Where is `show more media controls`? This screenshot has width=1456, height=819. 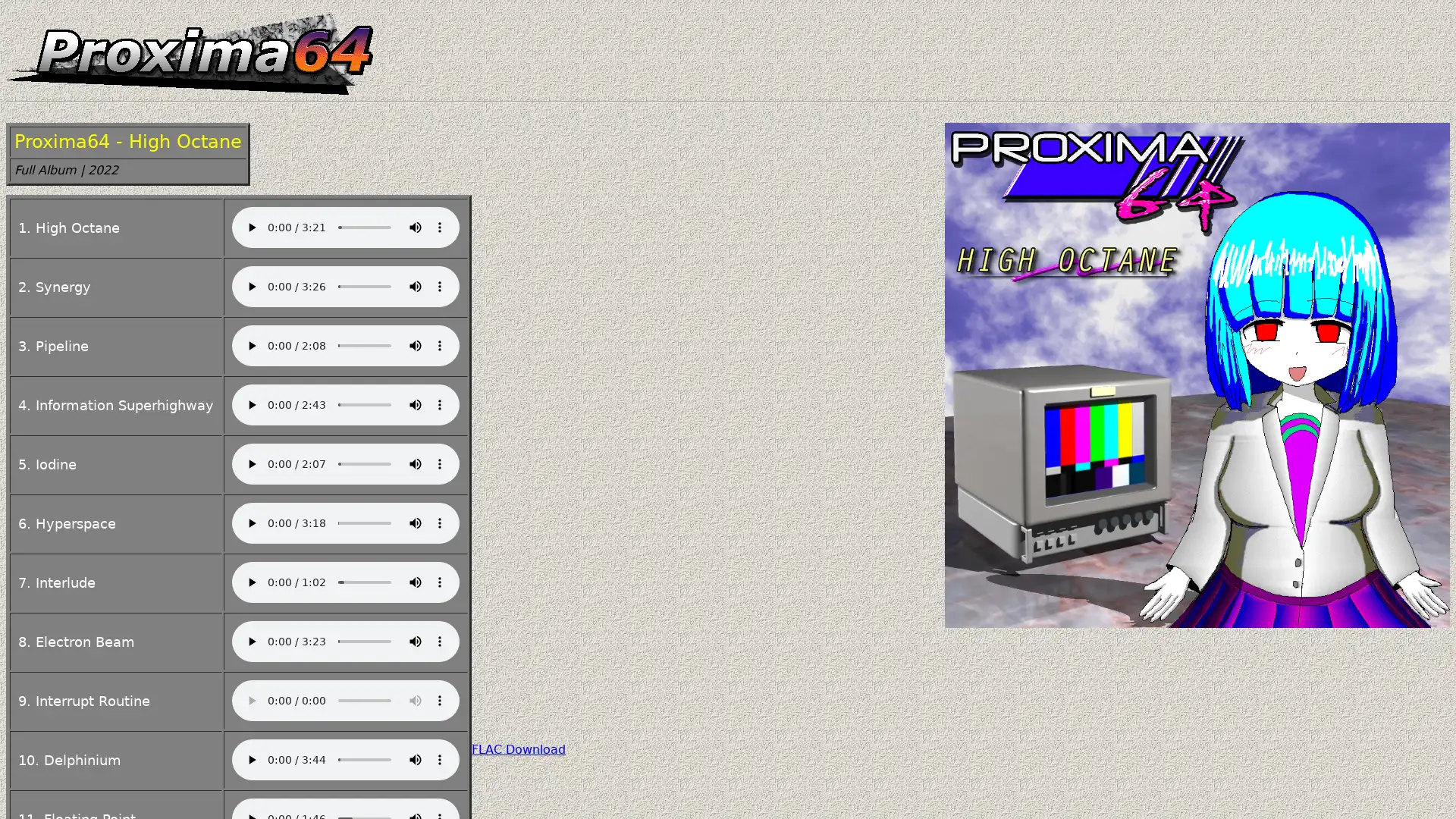 show more media controls is located at coordinates (439, 701).